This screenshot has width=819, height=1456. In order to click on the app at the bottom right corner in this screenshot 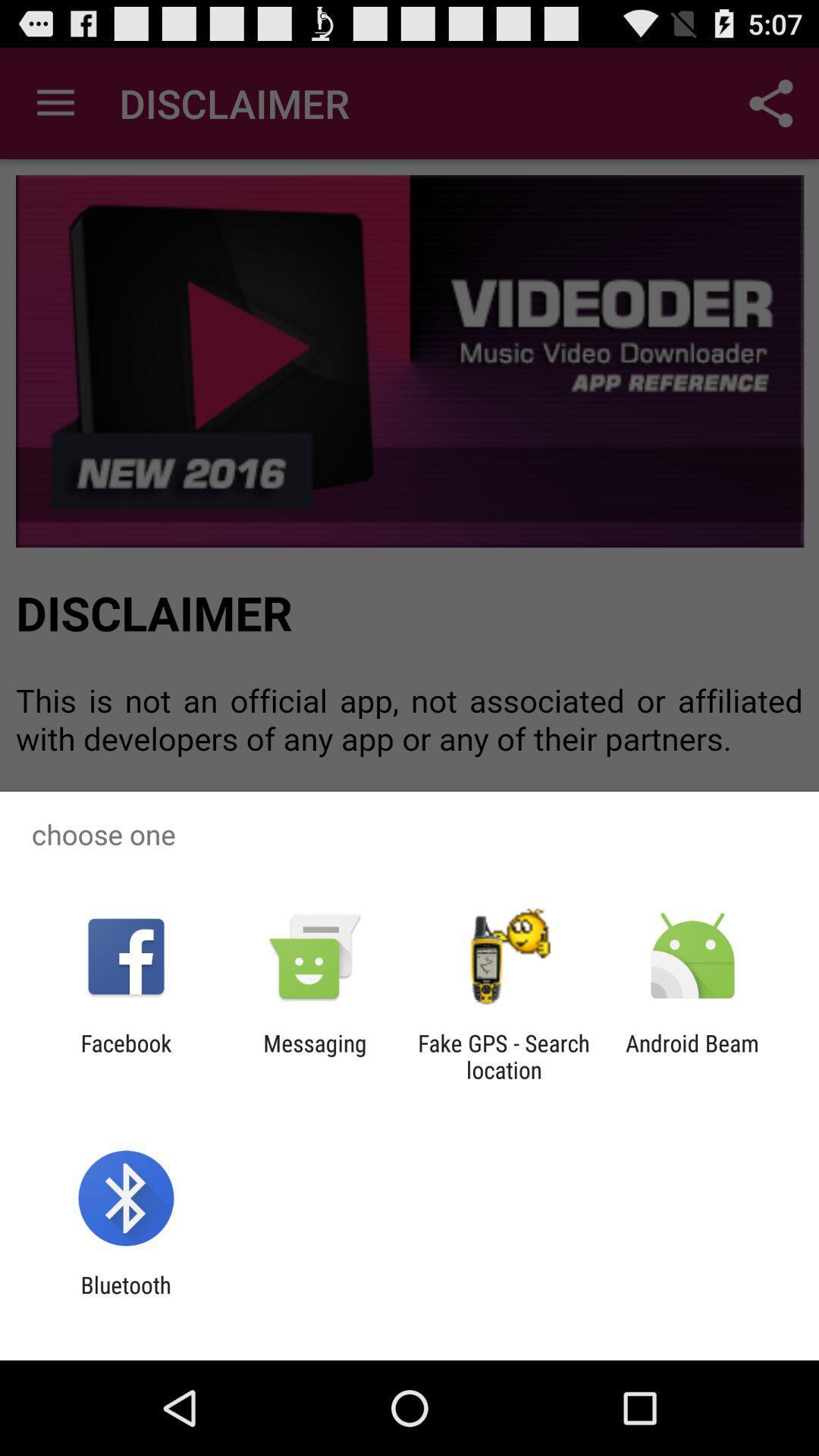, I will do `click(692, 1056)`.